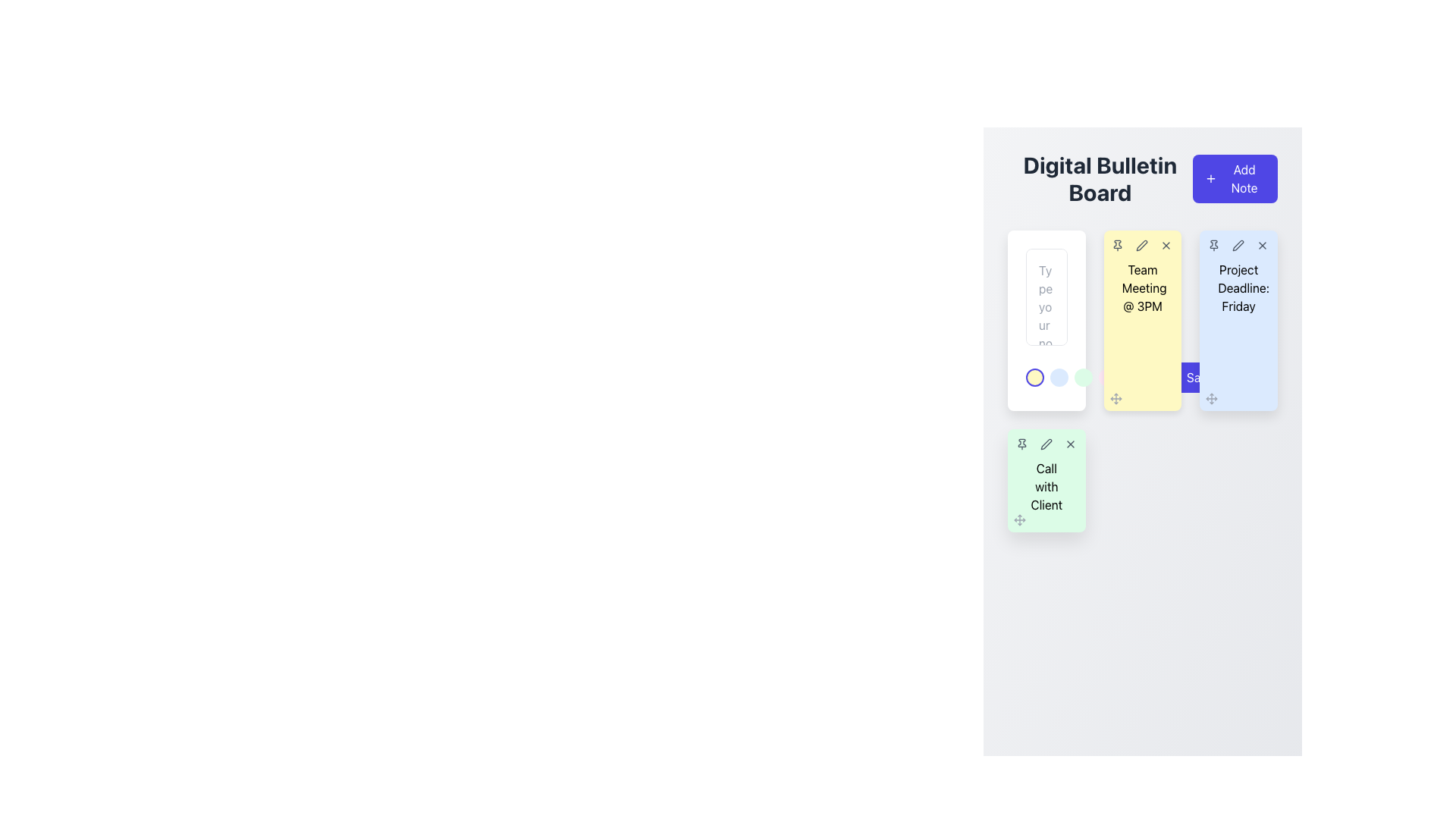 This screenshot has height=819, width=1456. What do you see at coordinates (1235, 177) in the screenshot?
I see `the 'Add Note' button, which is a rectangular button with rounded corners, vibrant indigo background, white plus icon on the left, and the text 'Add Note' in white centered to the right of the icon` at bounding box center [1235, 177].